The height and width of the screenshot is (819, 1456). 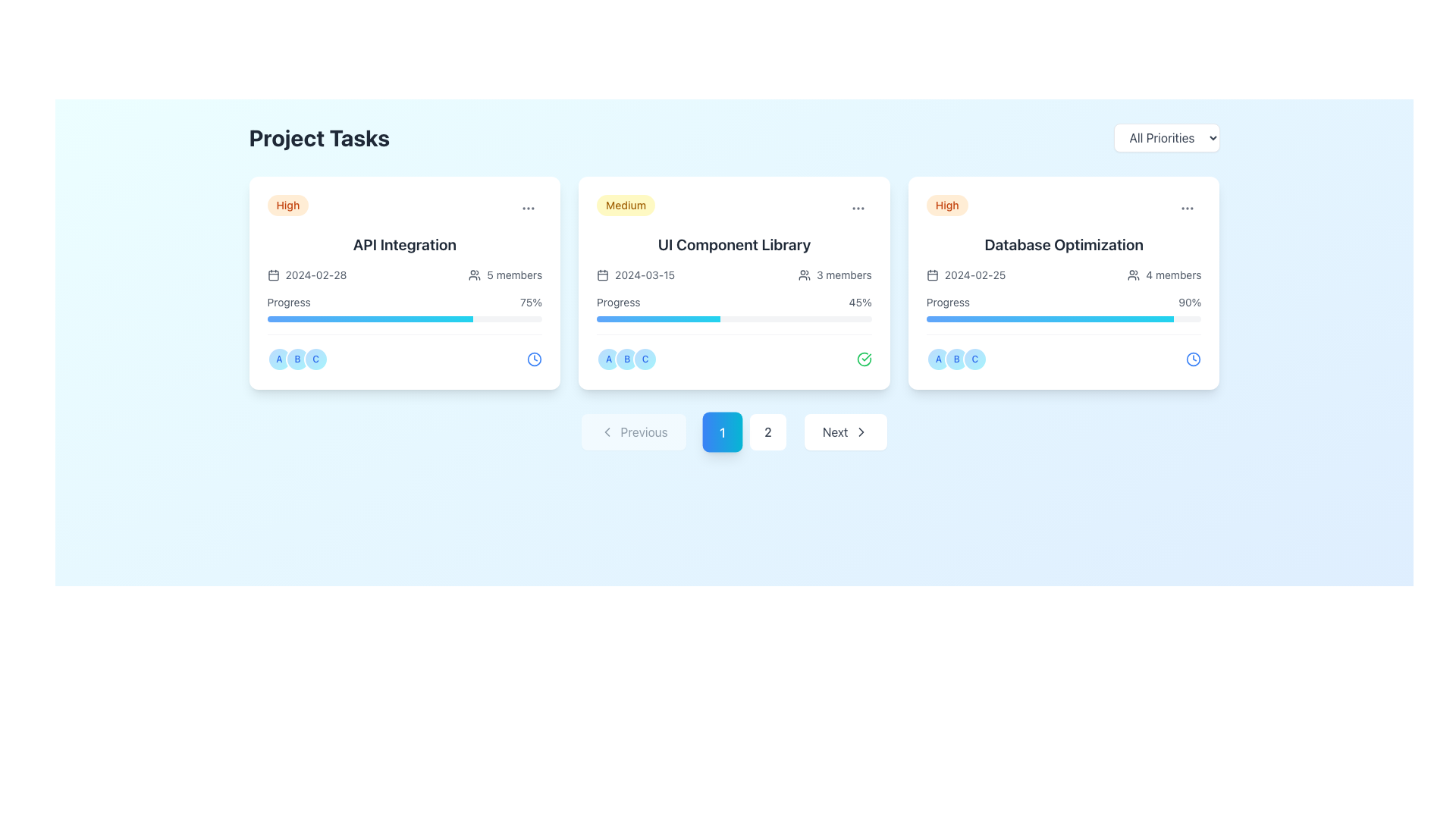 I want to click on the 'Database Optimization' Card component, which is the third card in a horizontal layout, so click(x=1063, y=283).